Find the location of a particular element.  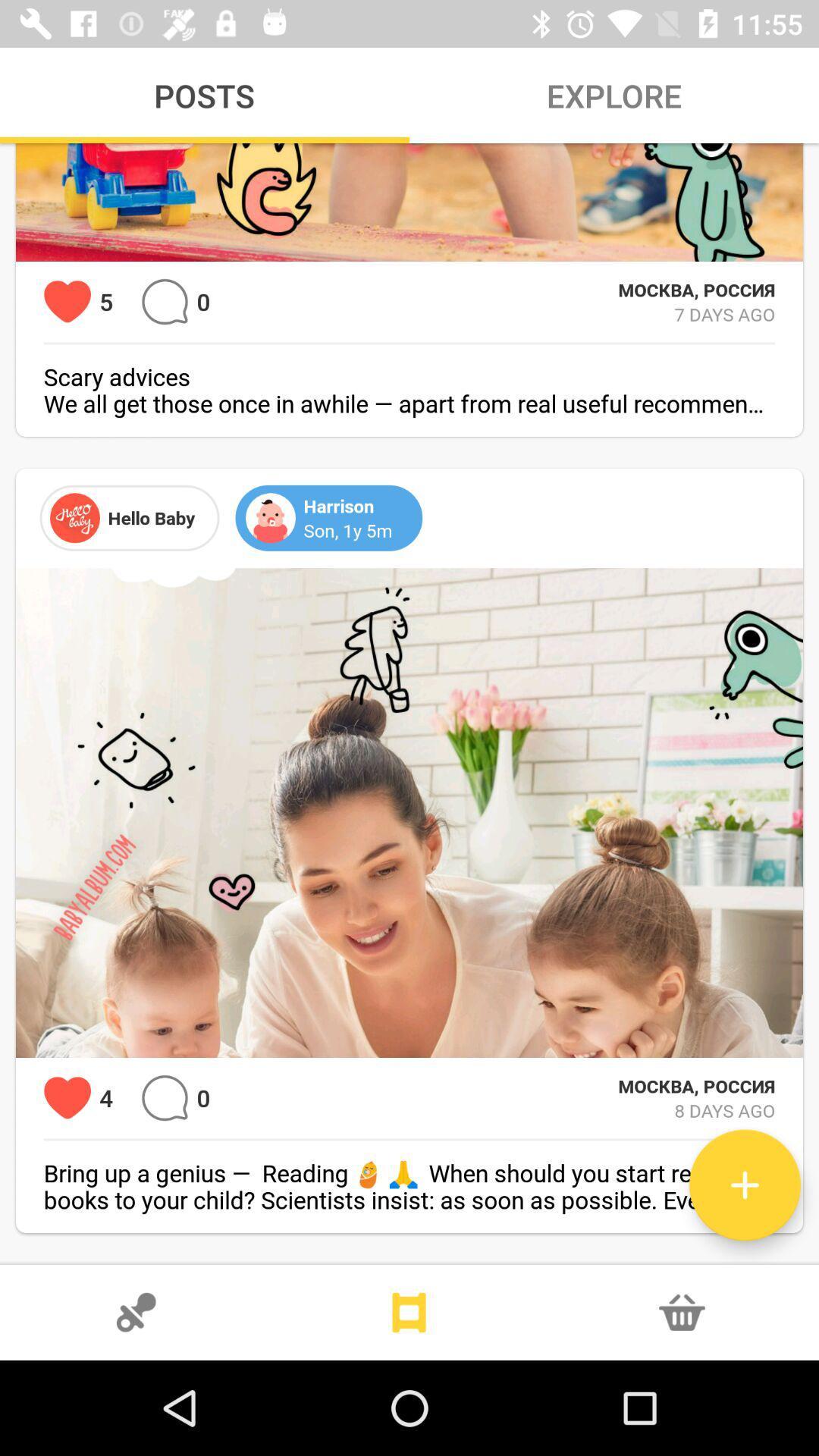

the more icon is located at coordinates (409, 1312).